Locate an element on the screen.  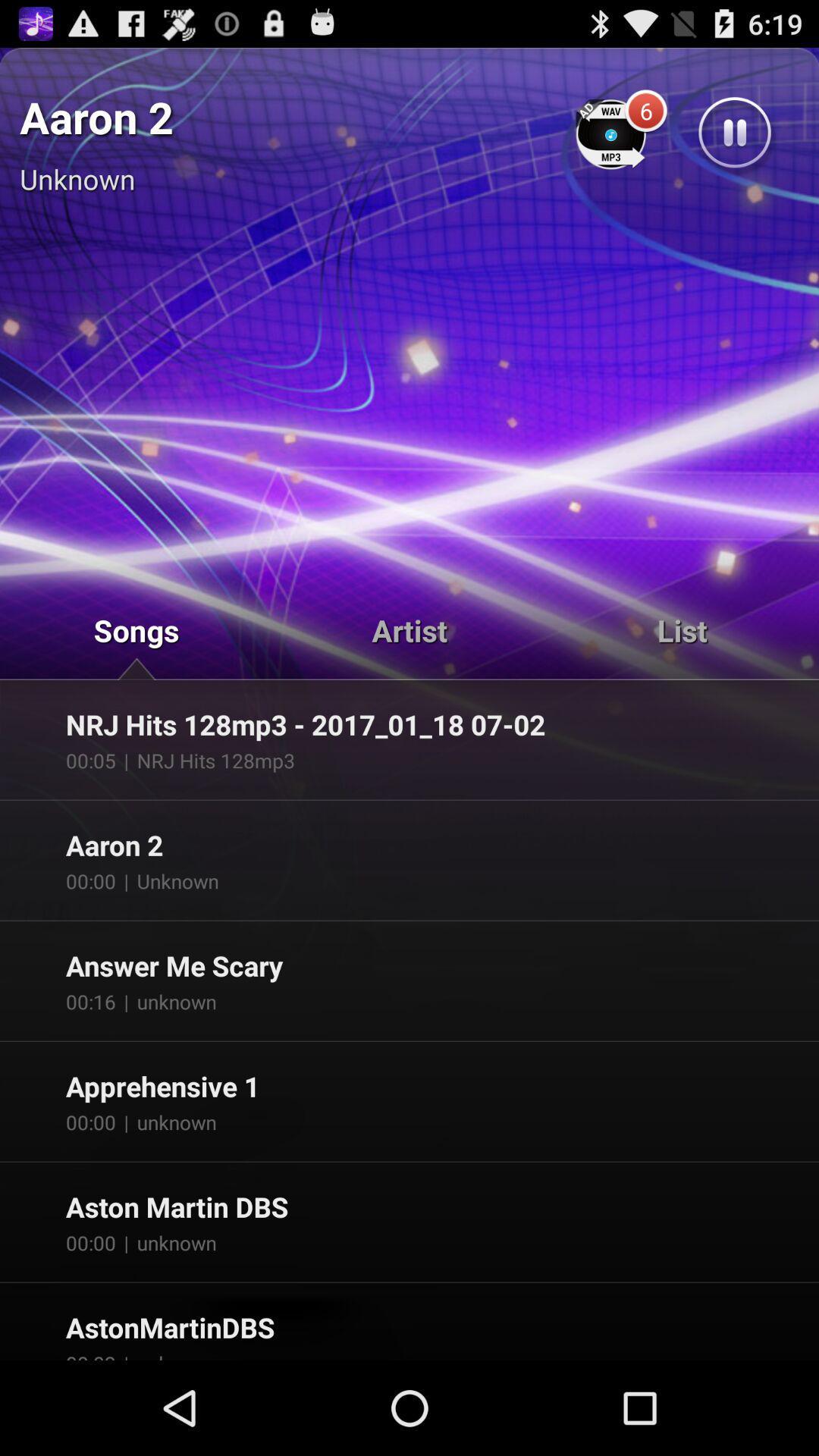
the pause icon is located at coordinates (734, 143).